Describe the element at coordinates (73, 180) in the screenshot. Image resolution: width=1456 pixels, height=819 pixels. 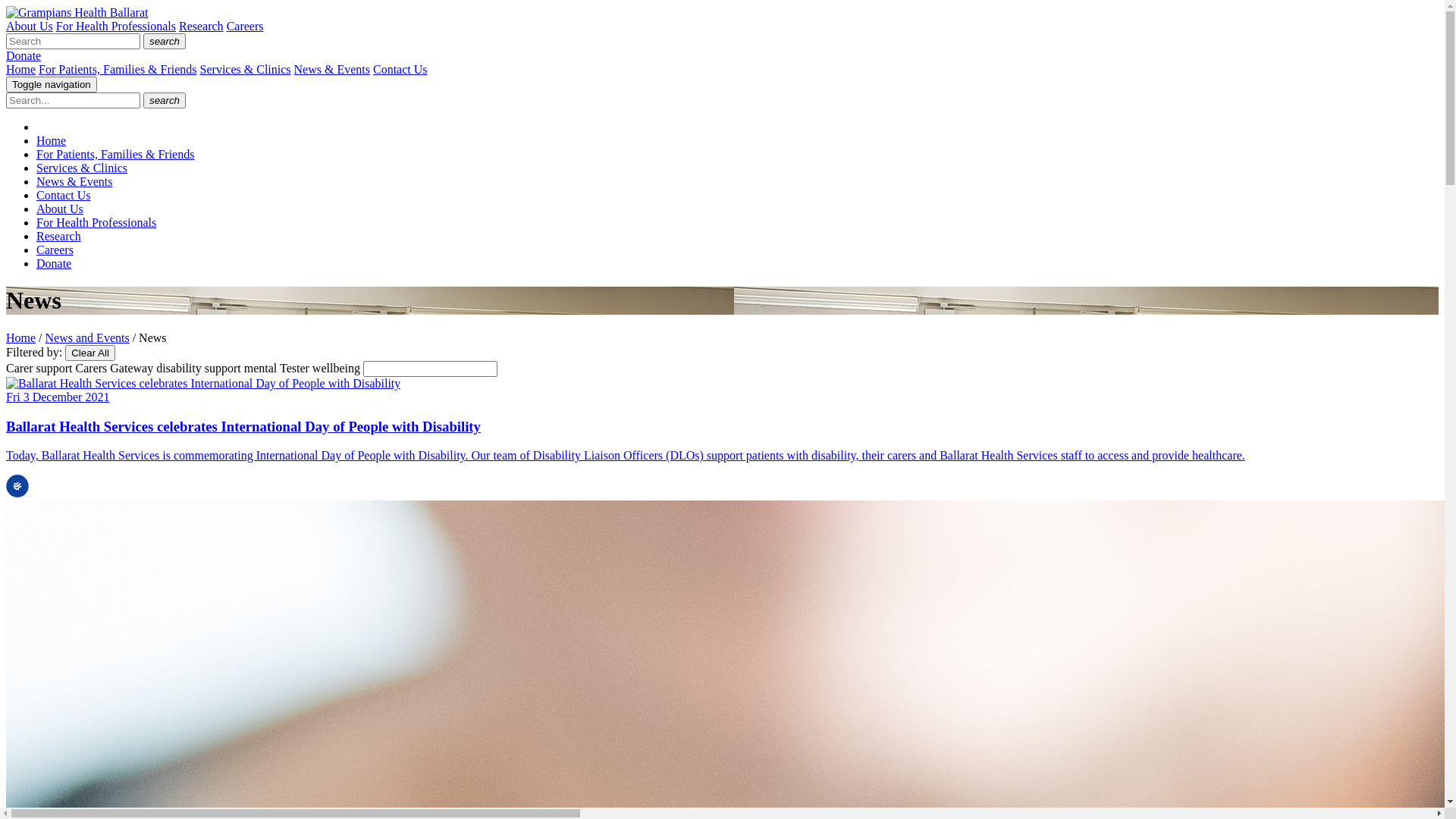
I see `'News & Events'` at that location.